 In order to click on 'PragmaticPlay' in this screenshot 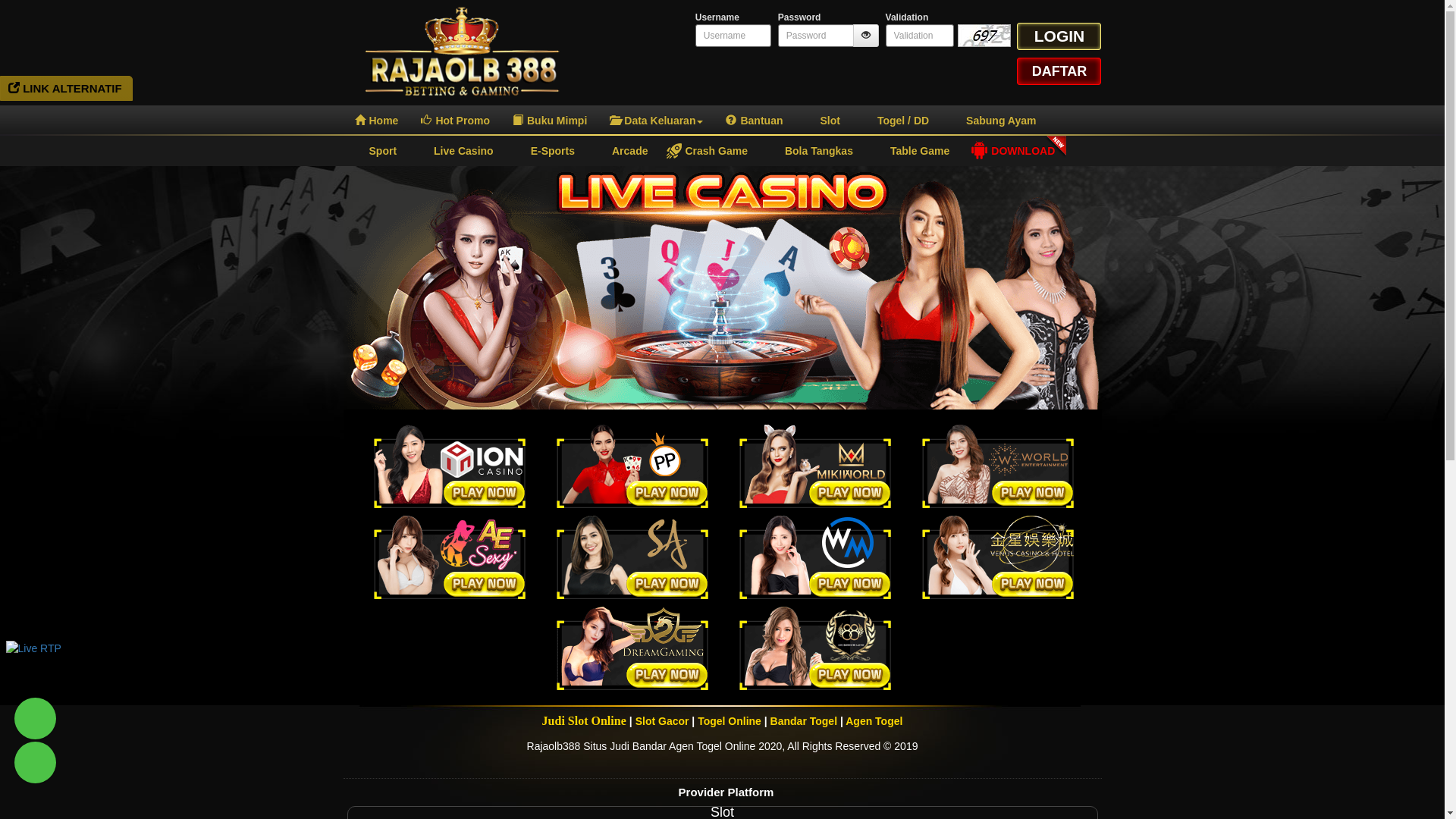, I will do `click(632, 465)`.